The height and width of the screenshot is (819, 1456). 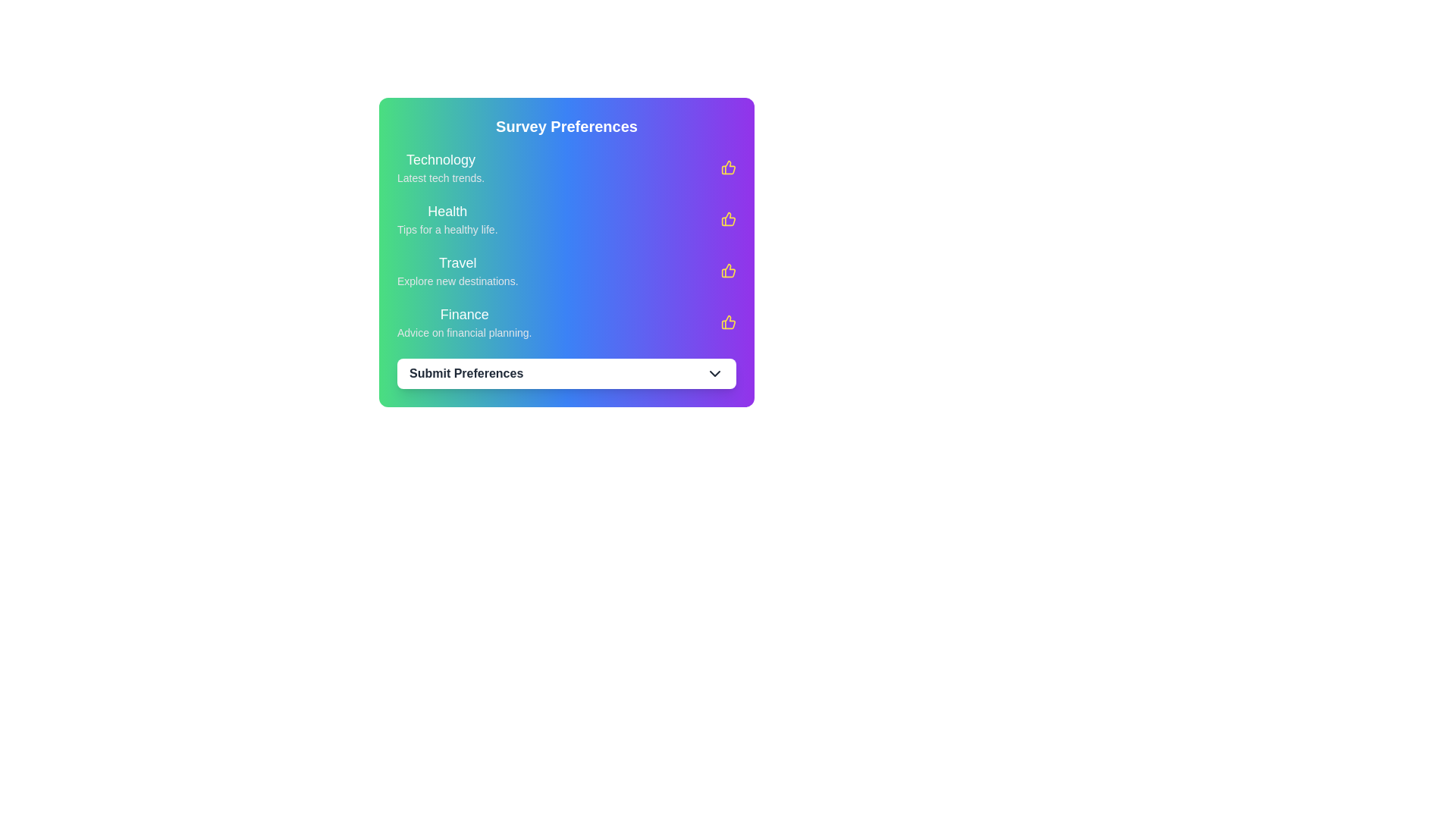 I want to click on the 'Health' text label in the 'Survey Preferences' section, so click(x=447, y=211).